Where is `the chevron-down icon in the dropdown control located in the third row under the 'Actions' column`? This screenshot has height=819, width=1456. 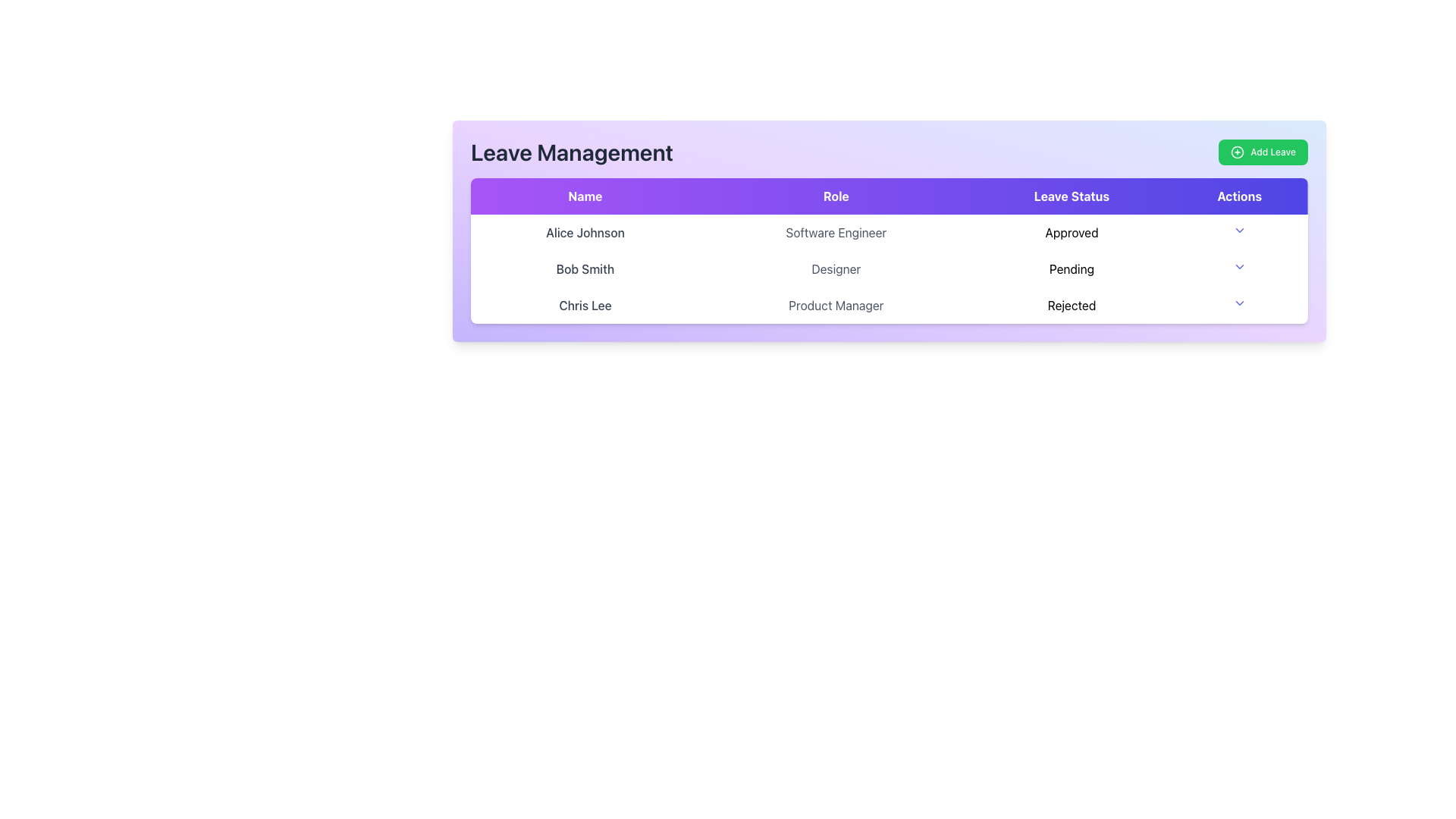
the chevron-down icon in the dropdown control located in the third row under the 'Actions' column is located at coordinates (1238, 303).